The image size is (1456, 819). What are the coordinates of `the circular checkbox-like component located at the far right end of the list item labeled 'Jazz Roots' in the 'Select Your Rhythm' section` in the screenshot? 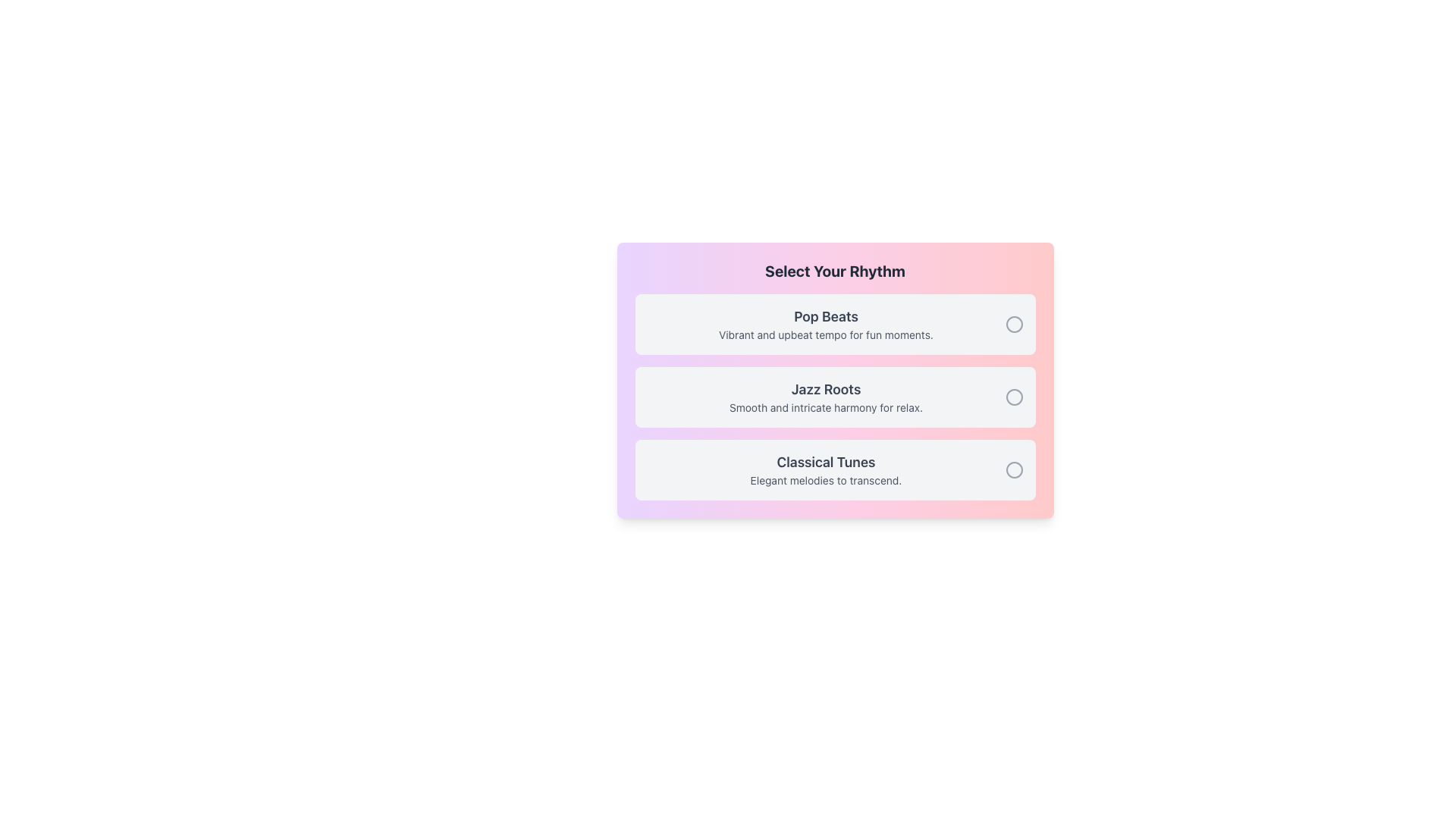 It's located at (1014, 397).